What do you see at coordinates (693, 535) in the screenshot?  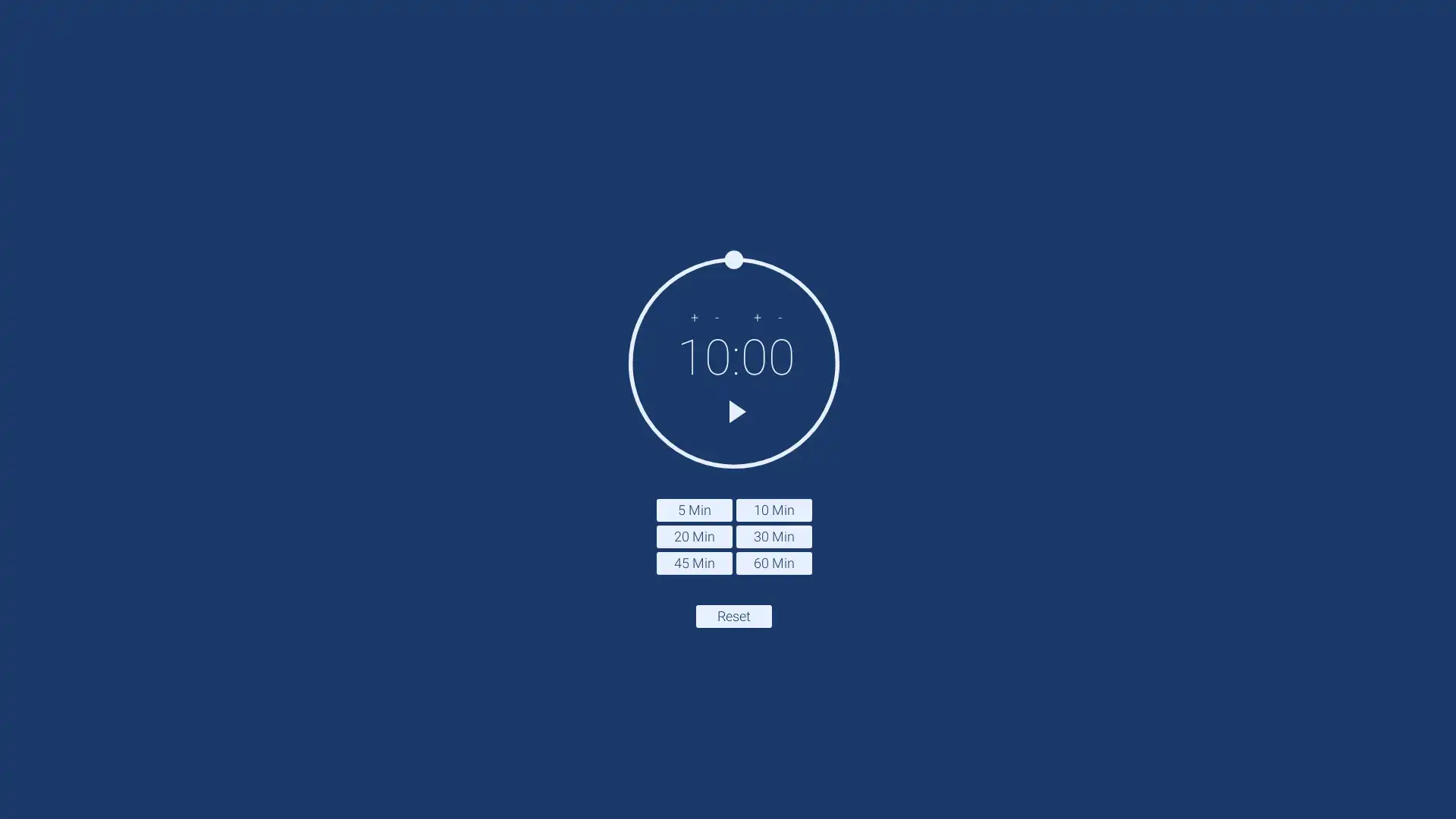 I see `20 Min` at bounding box center [693, 535].